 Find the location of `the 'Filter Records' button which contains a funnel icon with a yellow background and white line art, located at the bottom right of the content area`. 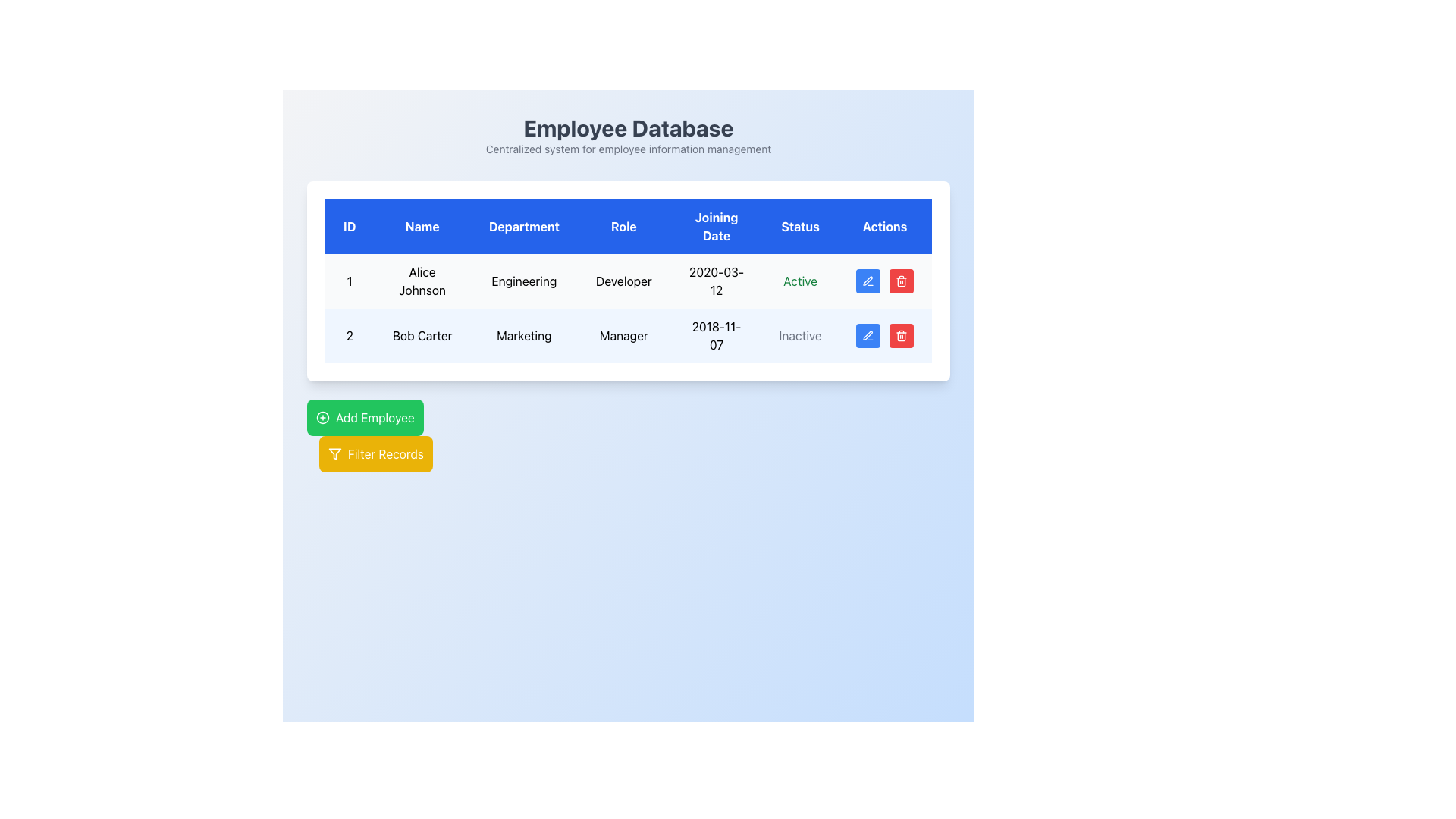

the 'Filter Records' button which contains a funnel icon with a yellow background and white line art, located at the bottom right of the content area is located at coordinates (334, 453).